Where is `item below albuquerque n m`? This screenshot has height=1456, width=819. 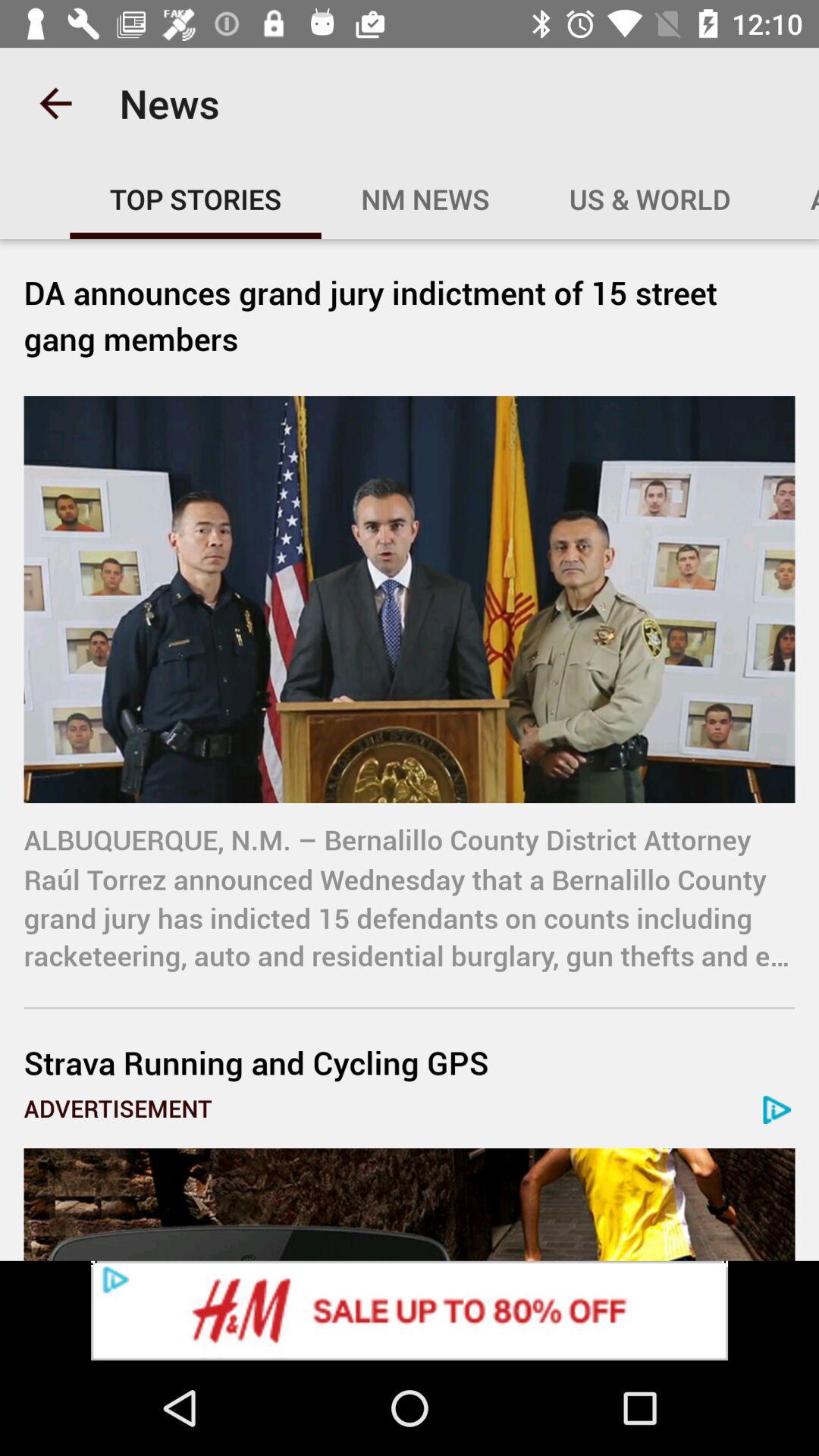 item below albuquerque n m is located at coordinates (409, 1062).